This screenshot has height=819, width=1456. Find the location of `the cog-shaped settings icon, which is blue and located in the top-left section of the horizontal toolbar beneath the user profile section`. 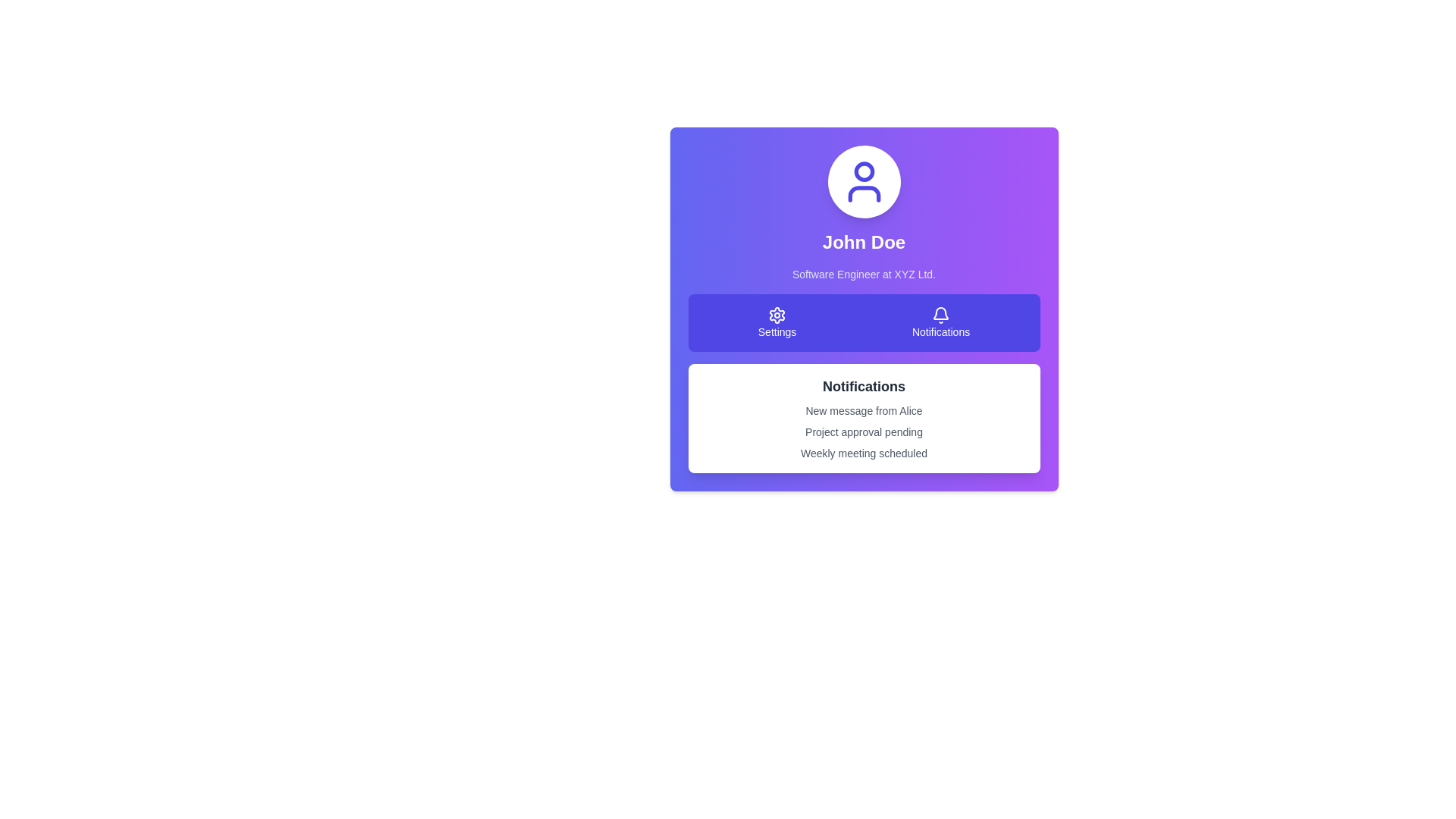

the cog-shaped settings icon, which is blue and located in the top-left section of the horizontal toolbar beneath the user profile section is located at coordinates (777, 315).